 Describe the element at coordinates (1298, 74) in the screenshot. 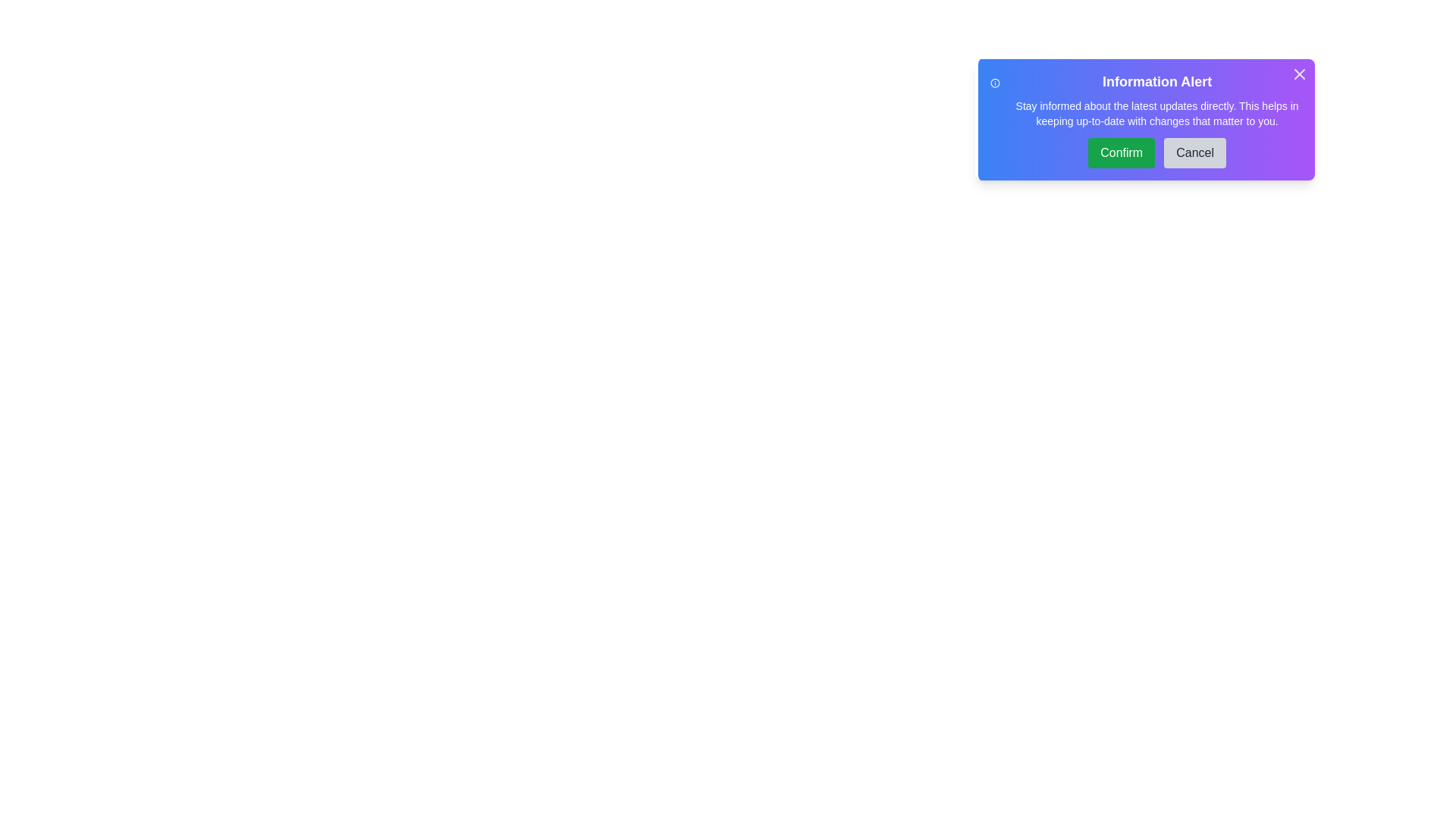

I see `close button (X) on the alert to dismiss it` at that location.